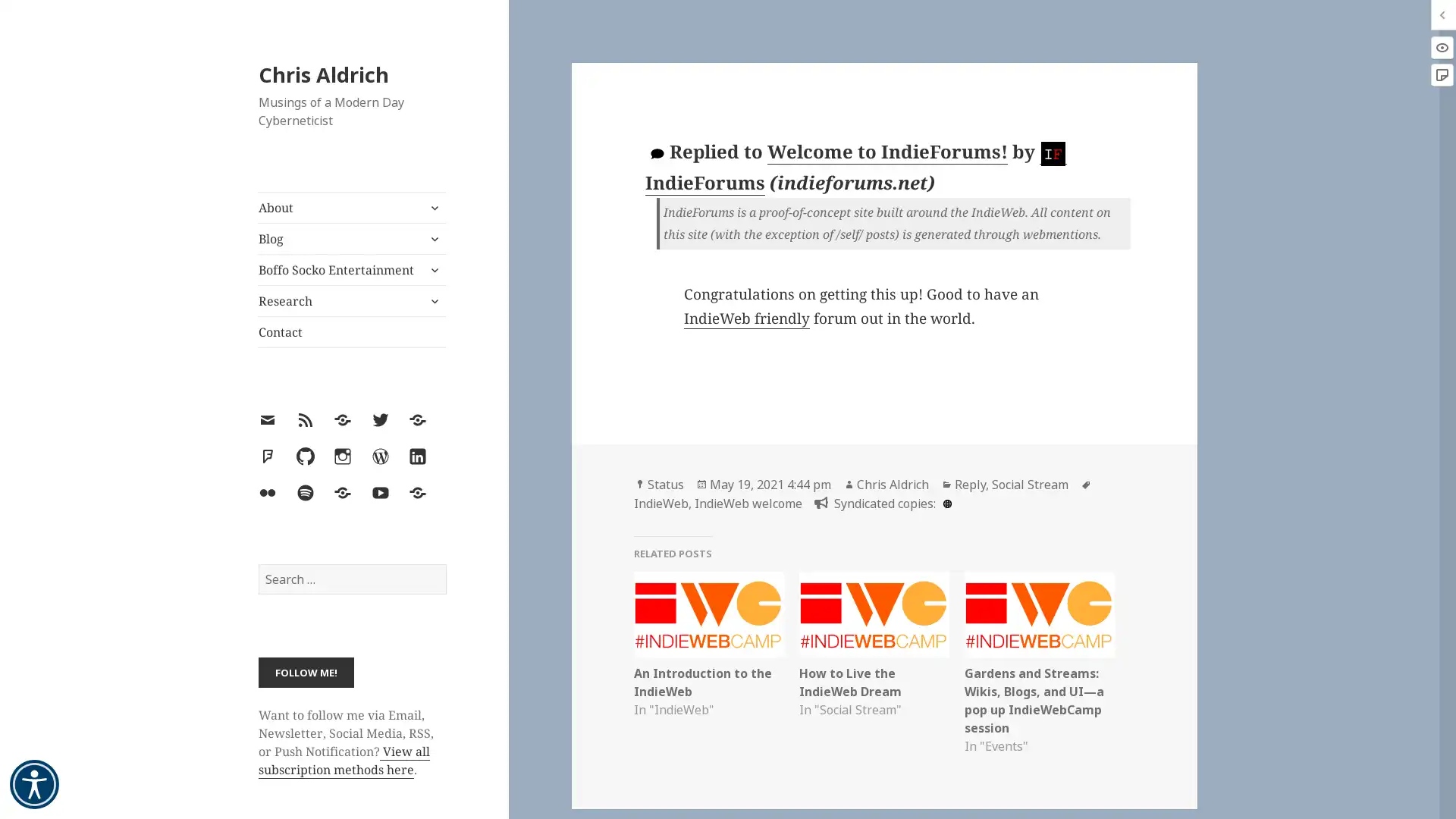 This screenshot has width=1456, height=819. I want to click on expand child menu, so click(432, 239).